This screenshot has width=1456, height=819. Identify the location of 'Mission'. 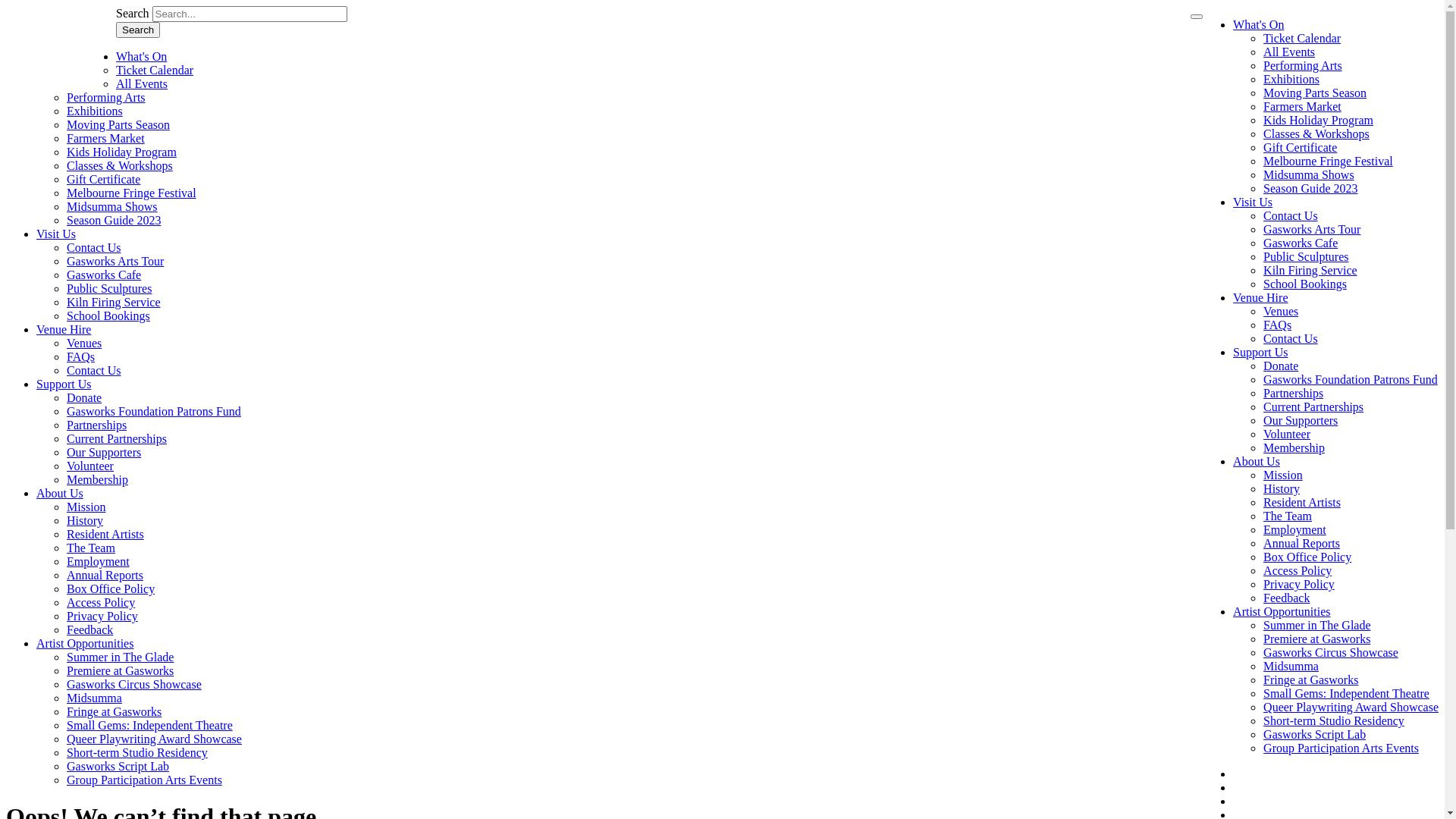
(1282, 474).